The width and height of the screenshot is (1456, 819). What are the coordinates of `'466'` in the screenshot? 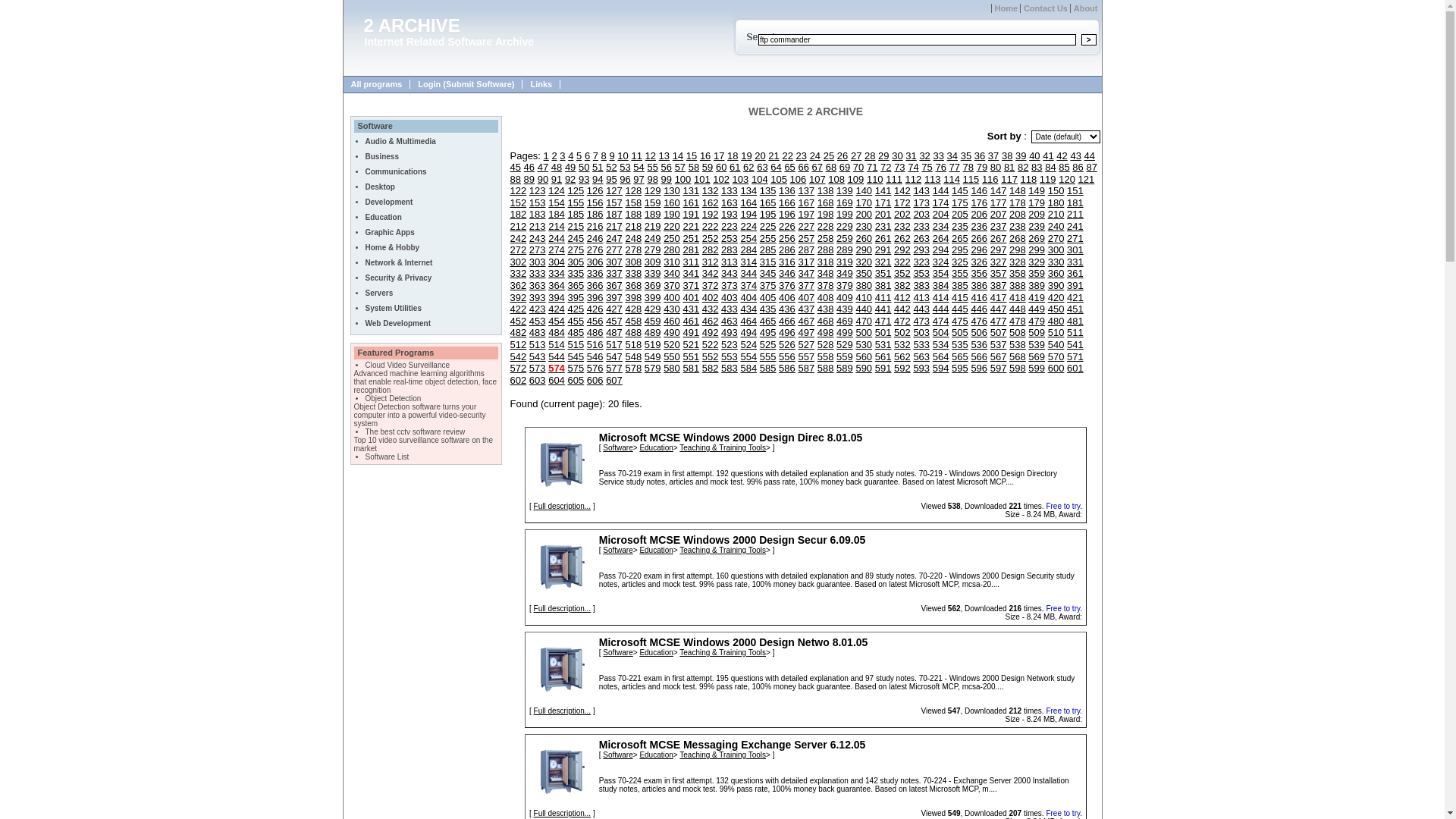 It's located at (786, 320).